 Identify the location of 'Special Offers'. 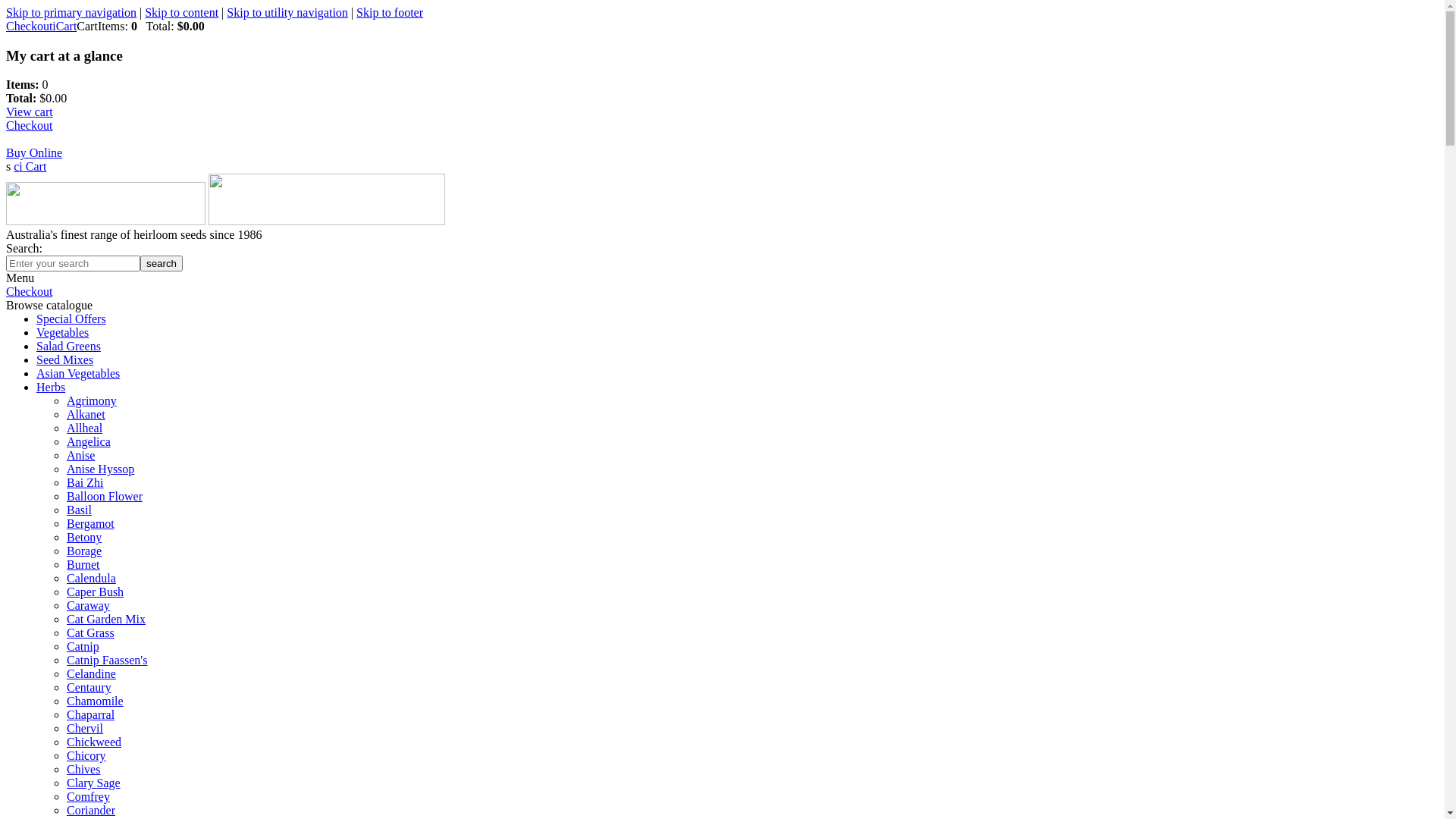
(71, 318).